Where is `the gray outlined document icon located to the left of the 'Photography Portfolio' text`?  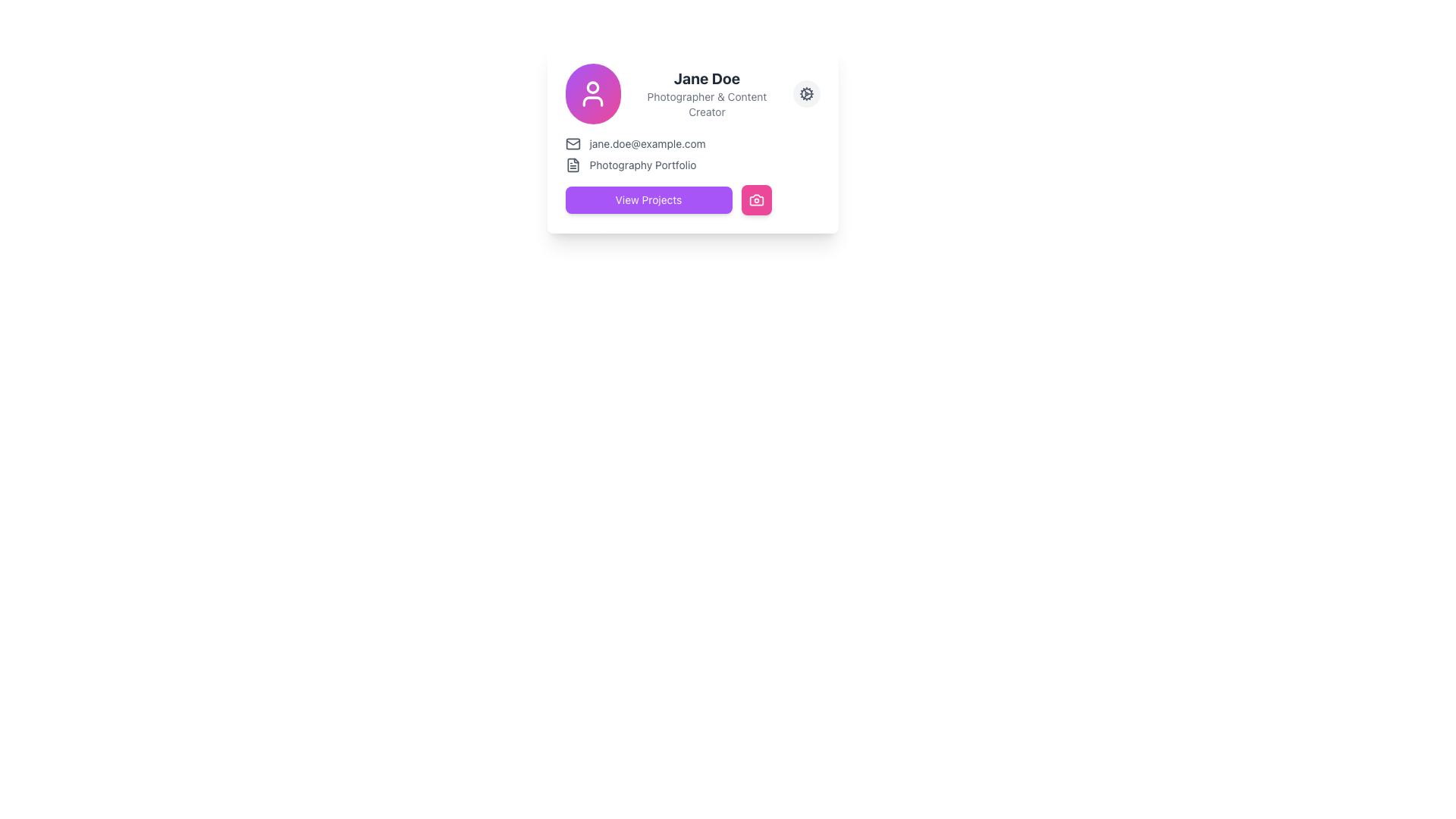 the gray outlined document icon located to the left of the 'Photography Portfolio' text is located at coordinates (572, 165).